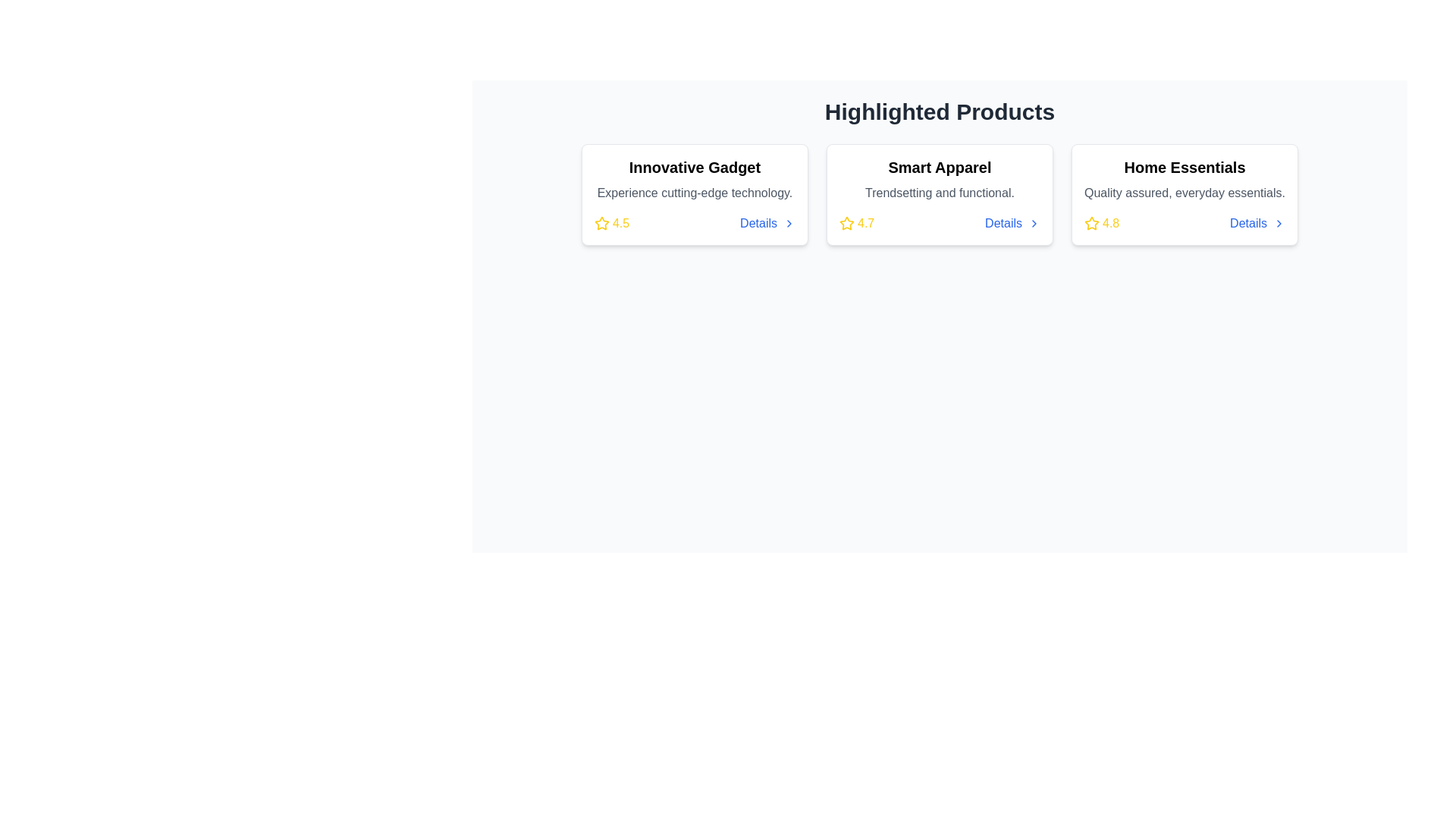  I want to click on the 'Details' link, which is styled as blue, underlined text and is located within the 'Smart Apparel' card, positioned at the bottom right, next to the rating information and star icon, so click(1012, 223).